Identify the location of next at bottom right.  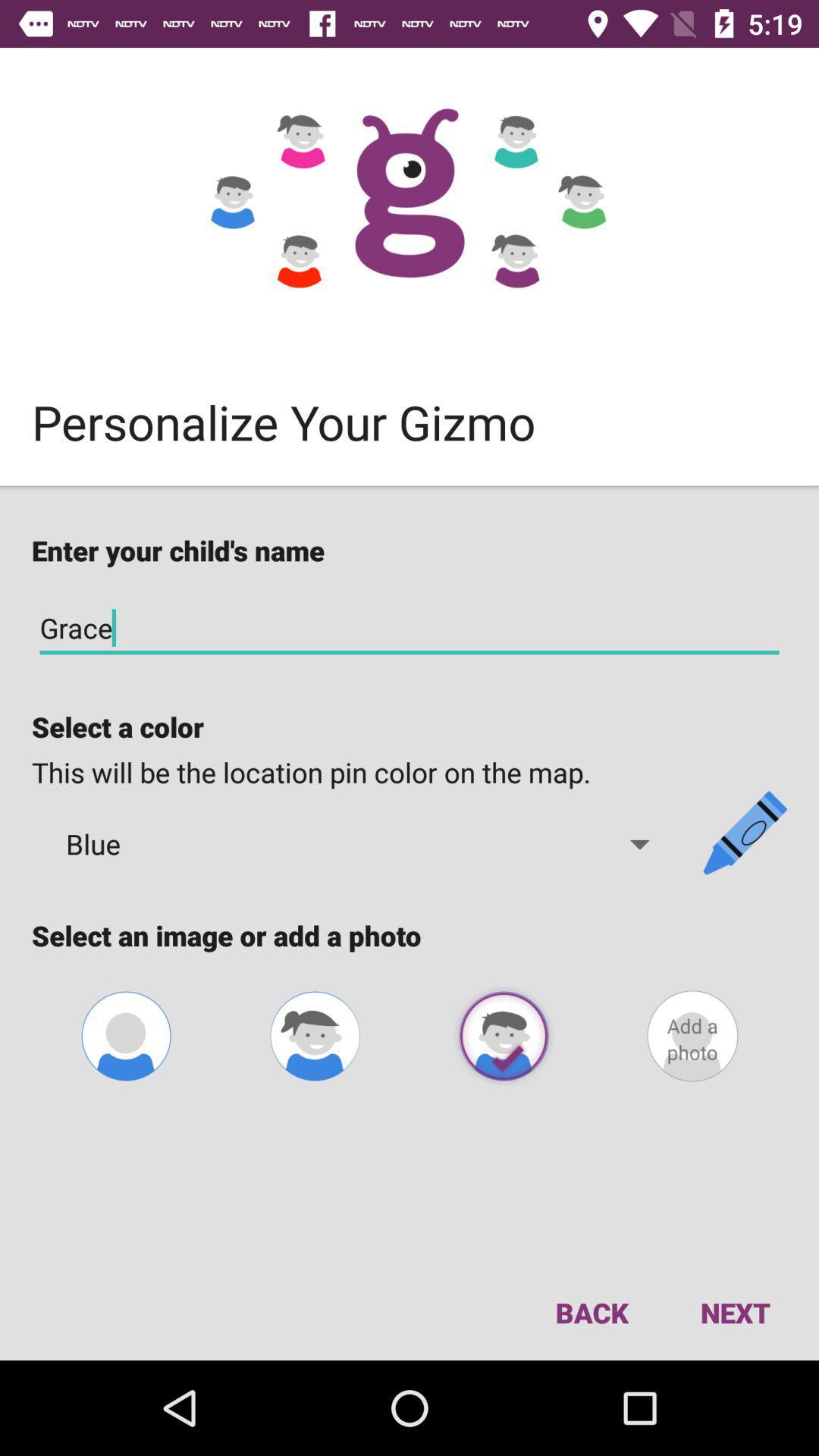
(734, 1312).